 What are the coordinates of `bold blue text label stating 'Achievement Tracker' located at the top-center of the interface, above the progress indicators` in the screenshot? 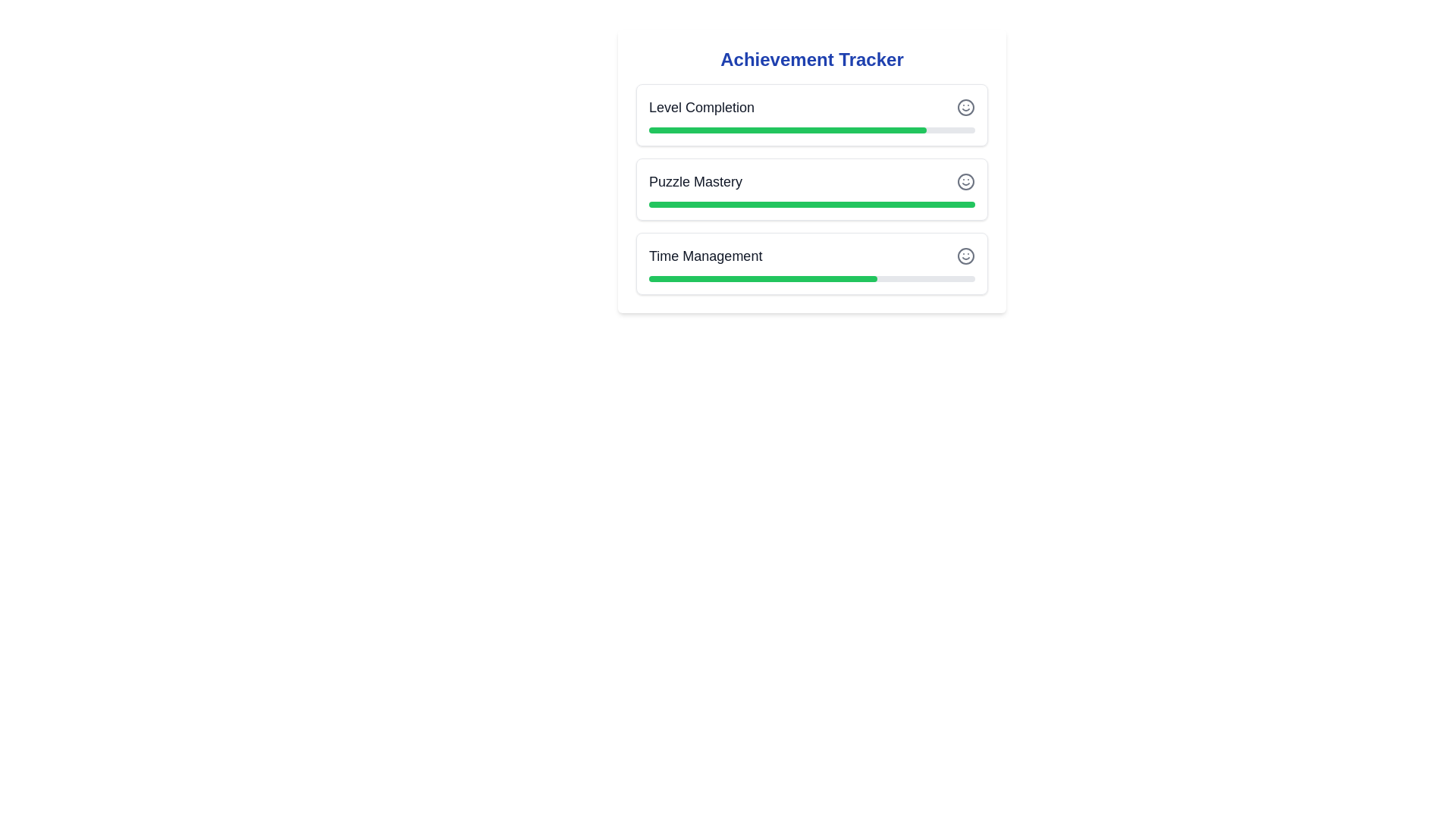 It's located at (811, 58).